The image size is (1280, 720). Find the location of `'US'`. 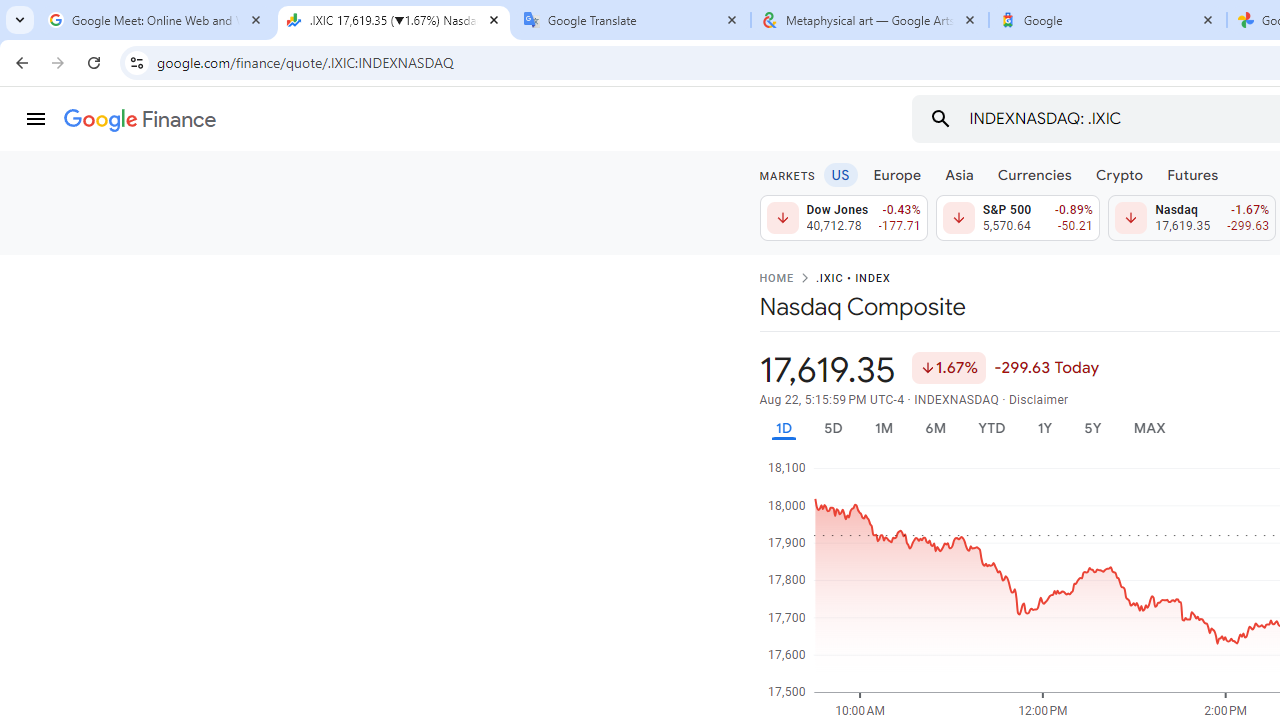

'US' is located at coordinates (840, 173).